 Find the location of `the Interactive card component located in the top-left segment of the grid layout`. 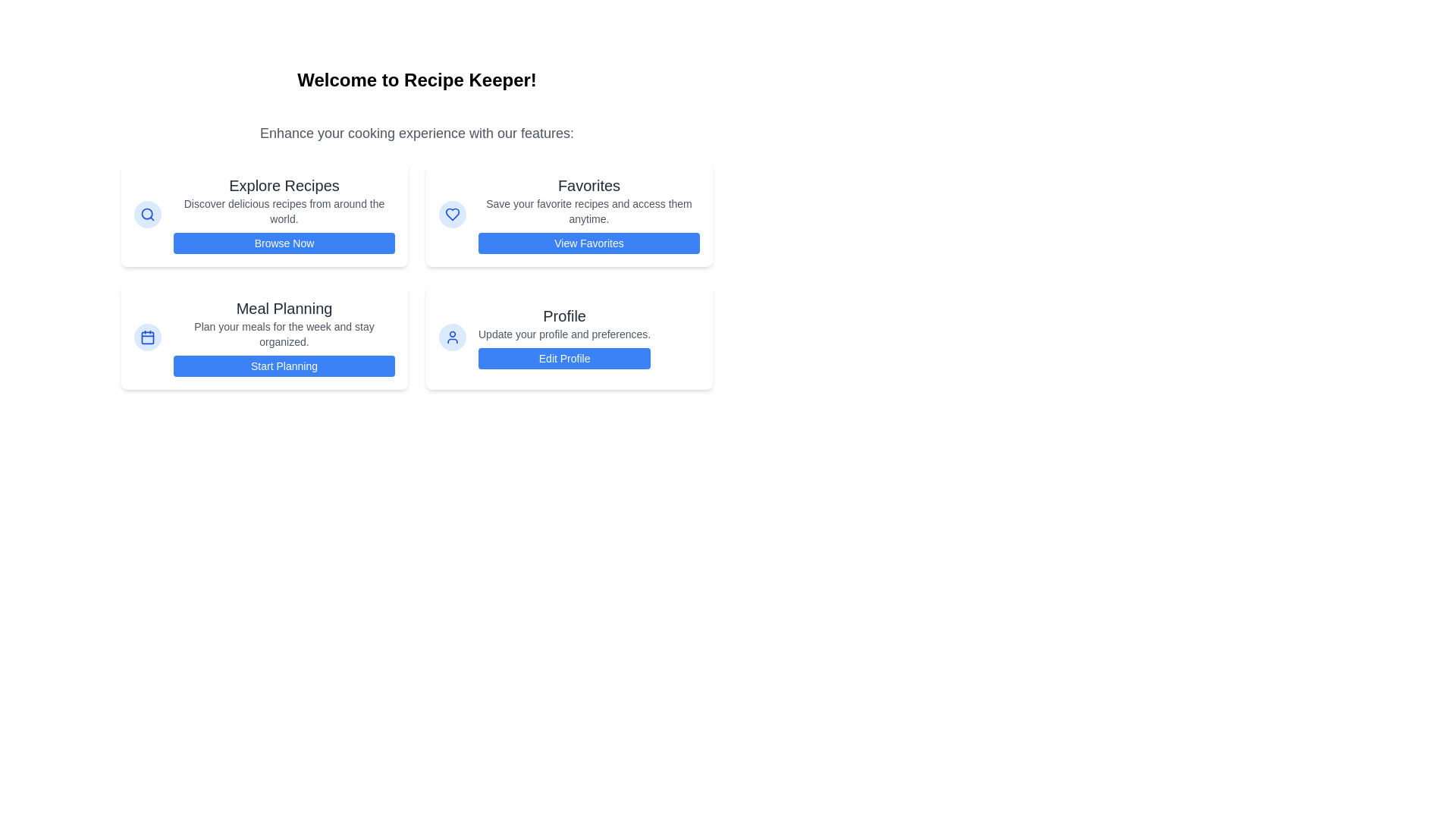

the Interactive card component located in the top-left segment of the grid layout is located at coordinates (265, 214).